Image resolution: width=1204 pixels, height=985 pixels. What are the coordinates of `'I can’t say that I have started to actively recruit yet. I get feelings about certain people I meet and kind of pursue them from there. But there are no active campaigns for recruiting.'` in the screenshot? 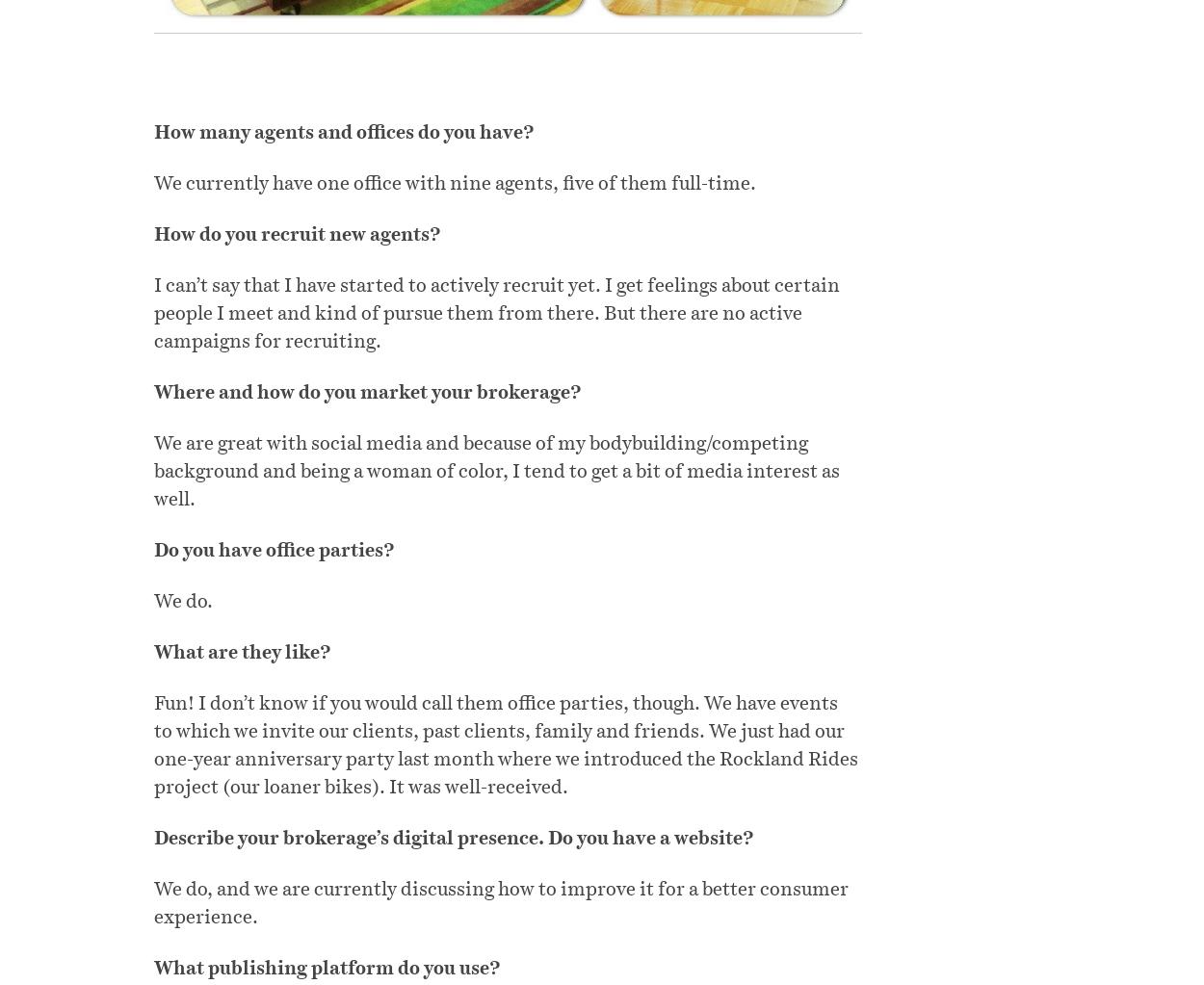 It's located at (497, 313).